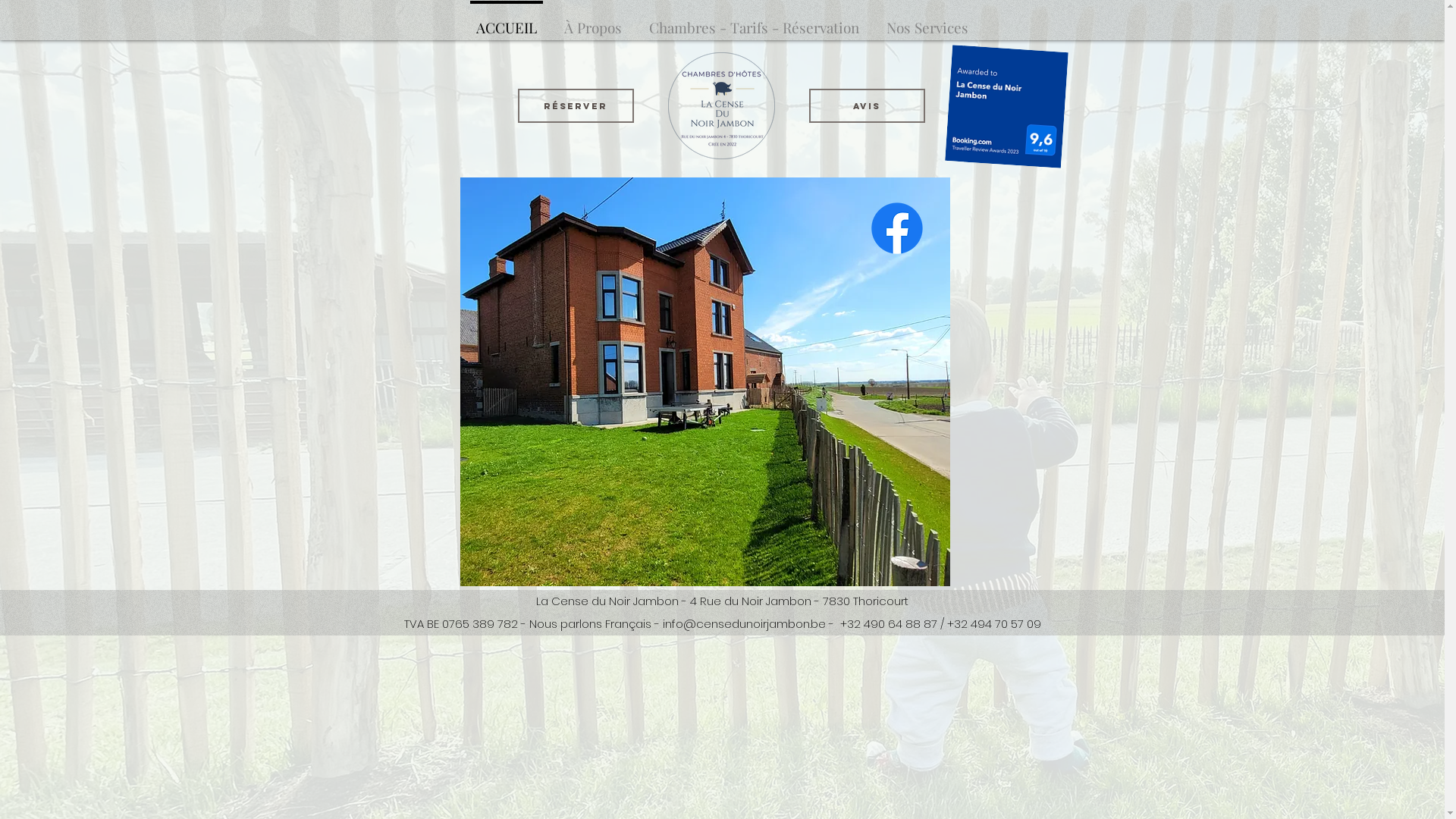  I want to click on 'Avis', so click(866, 105).